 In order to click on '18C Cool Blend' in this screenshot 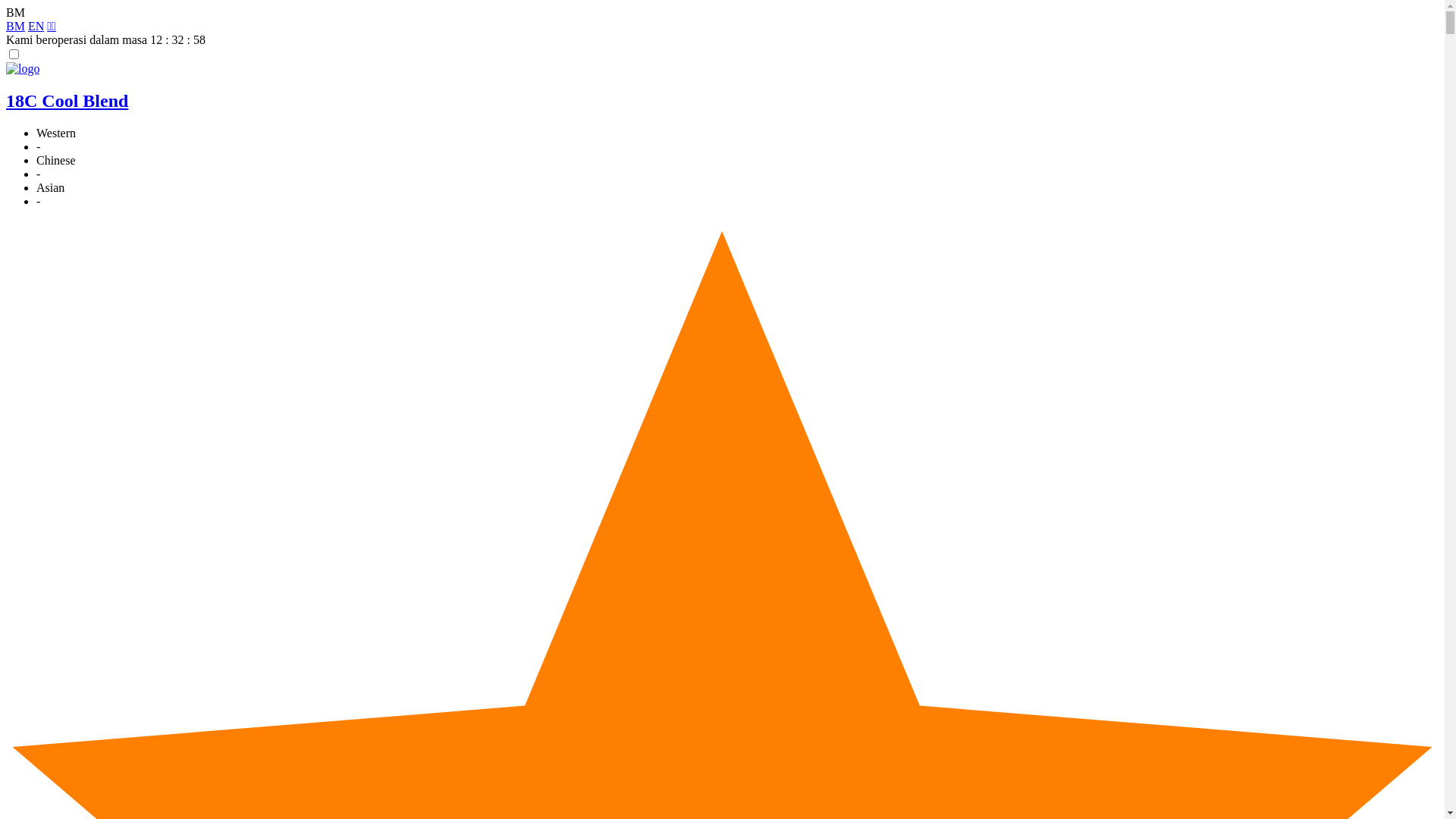, I will do `click(66, 100)`.